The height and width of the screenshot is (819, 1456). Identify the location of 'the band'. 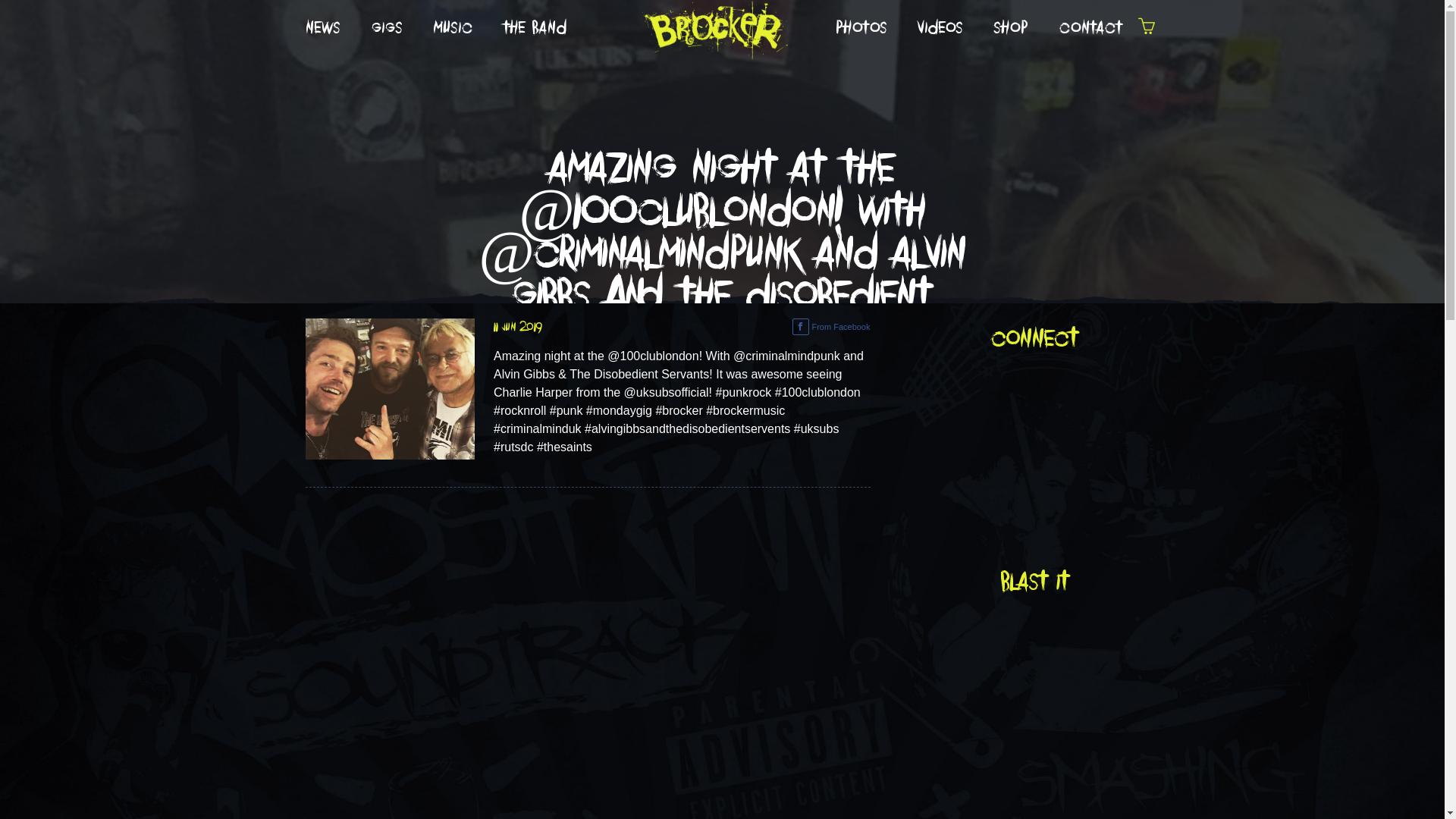
(535, 28).